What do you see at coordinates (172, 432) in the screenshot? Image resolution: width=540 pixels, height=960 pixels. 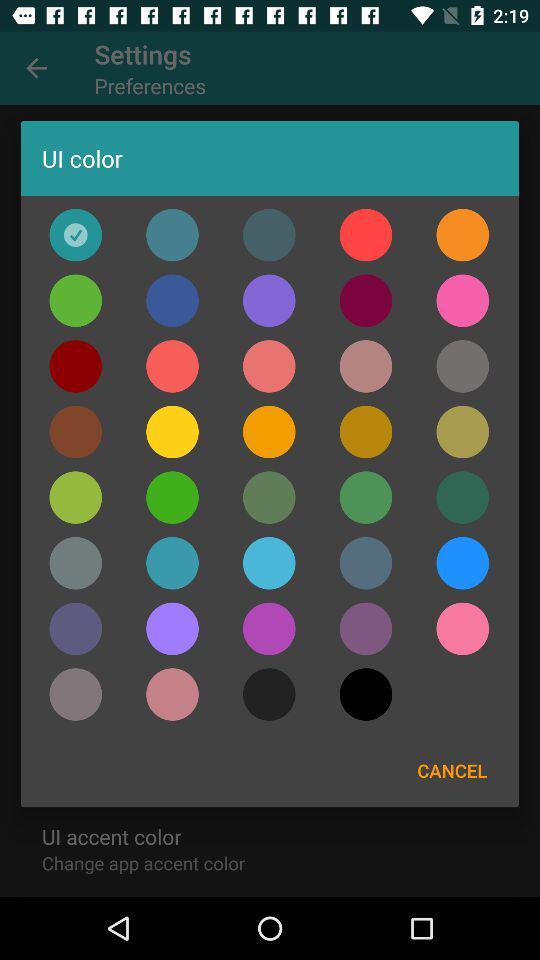 I see `yellow color` at bounding box center [172, 432].